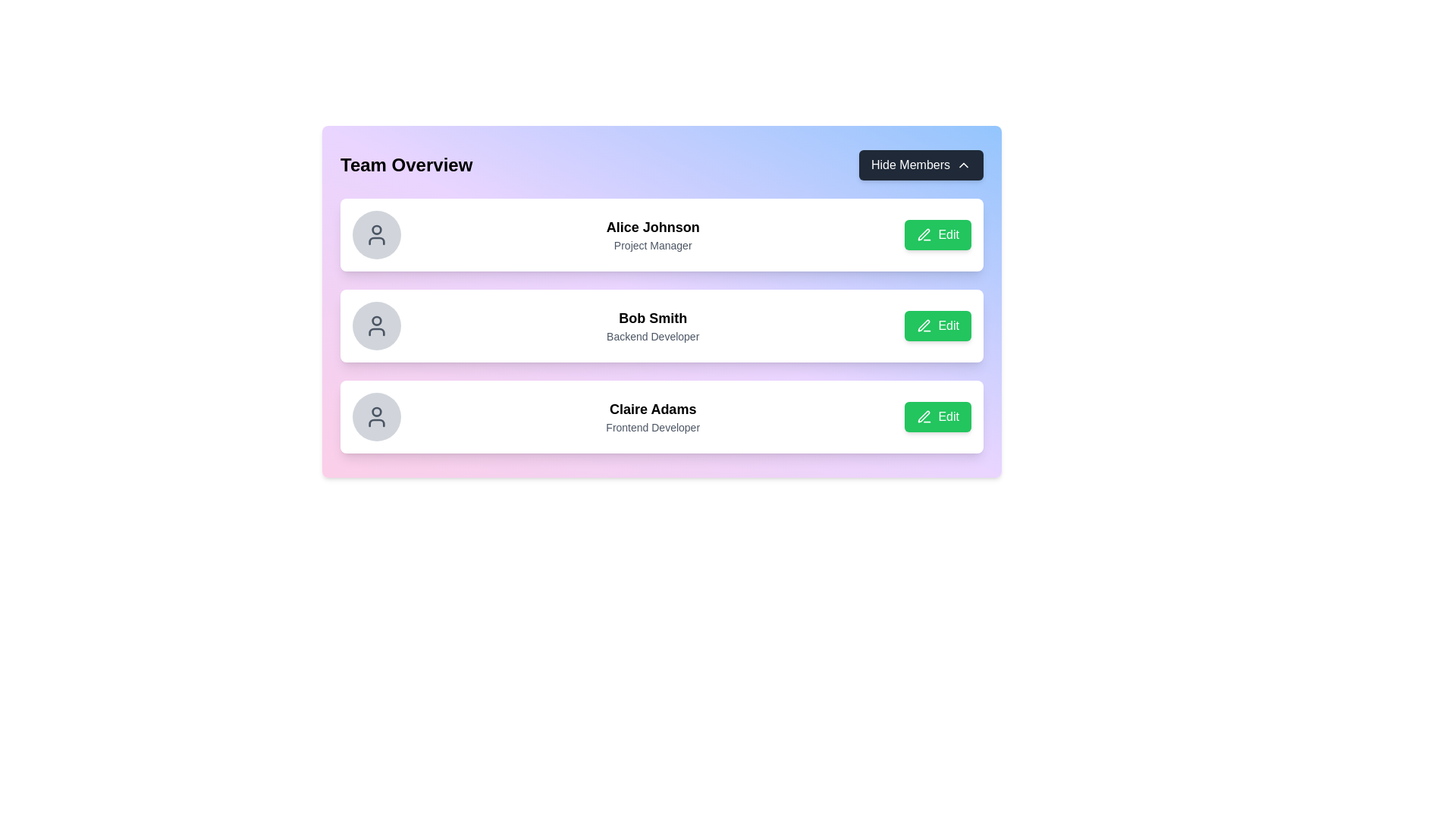 This screenshot has height=819, width=1456. I want to click on the text label displaying 'Project Manager', which is styled with a smaller gray font and positioned below 'Alice Johnson' in the 'Team Overview' section, so click(653, 245).